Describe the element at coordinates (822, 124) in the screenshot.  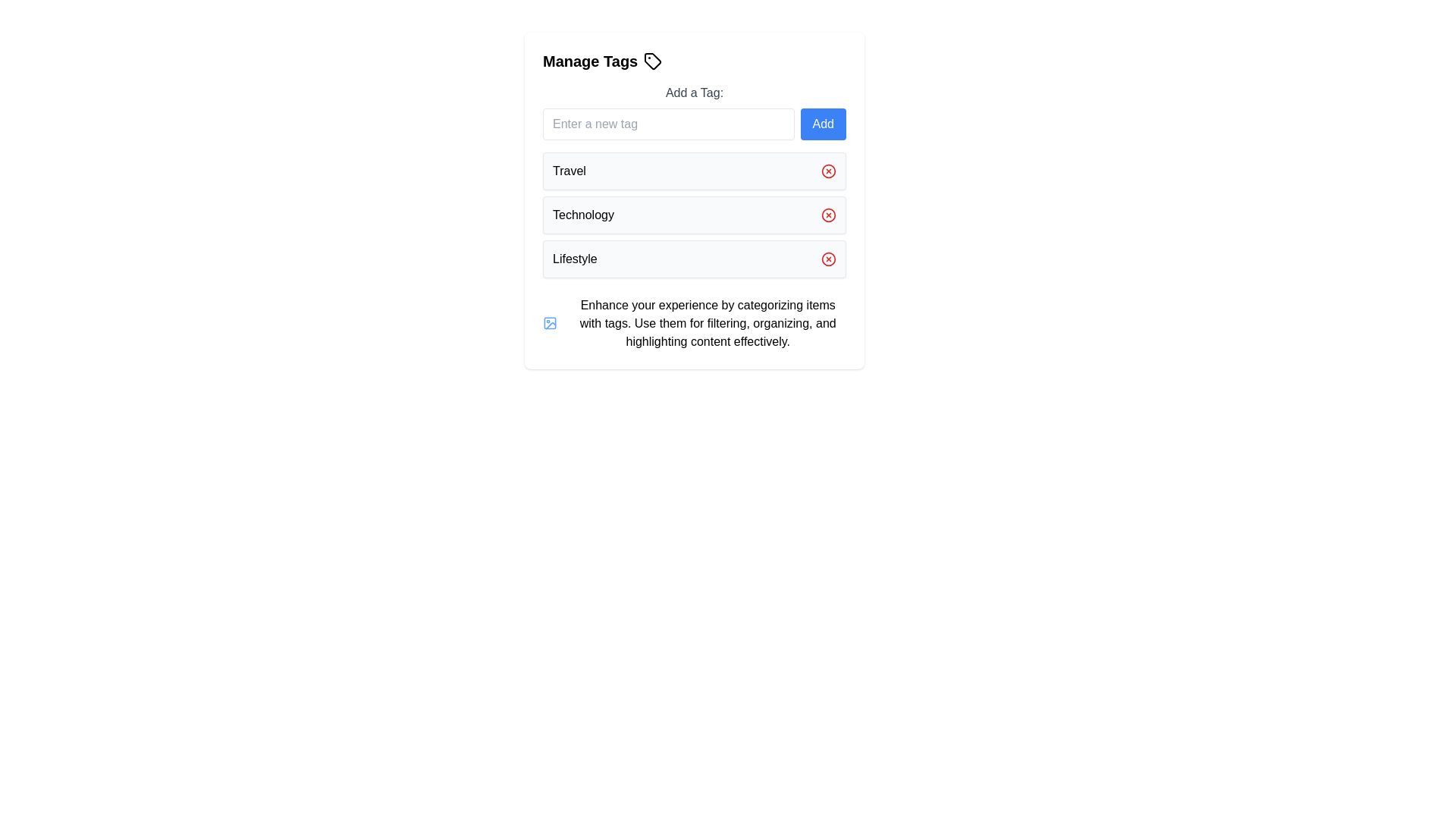
I see `the 'Add' button with a blue background and white text, located in the top-right of the 'Manage Tags' section` at that location.